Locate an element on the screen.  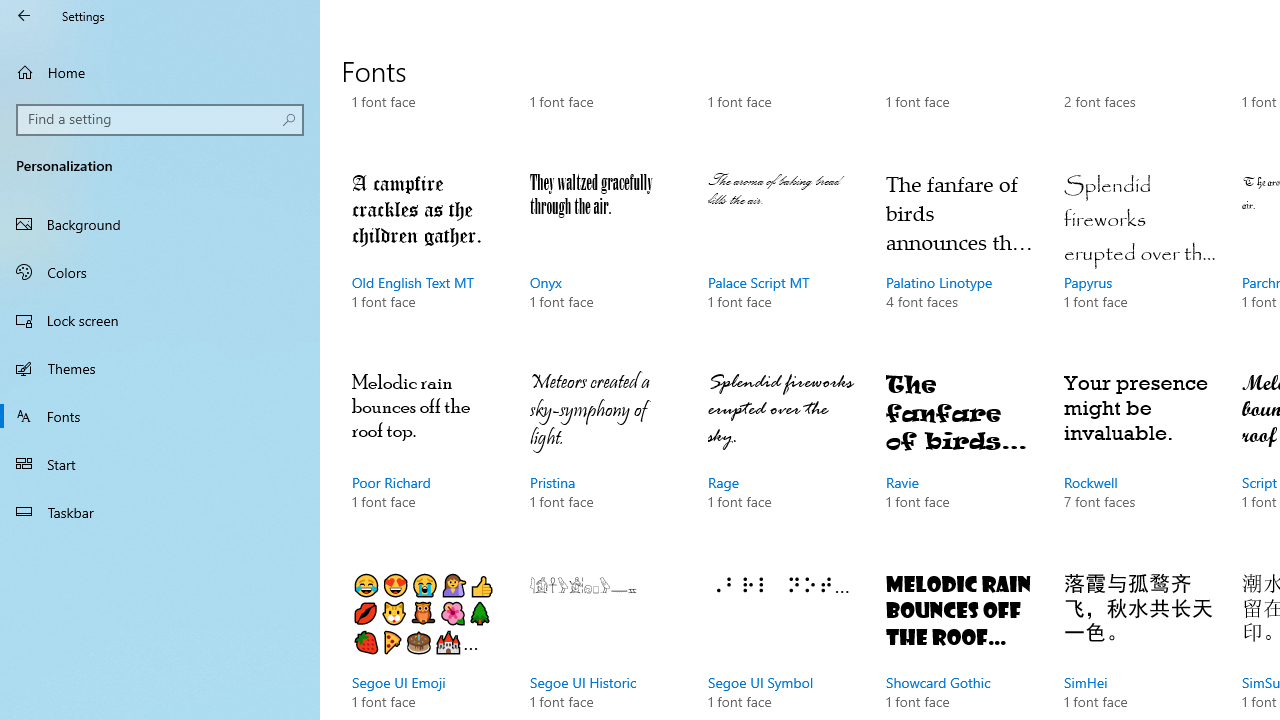
'Lock screen' is located at coordinates (160, 319).